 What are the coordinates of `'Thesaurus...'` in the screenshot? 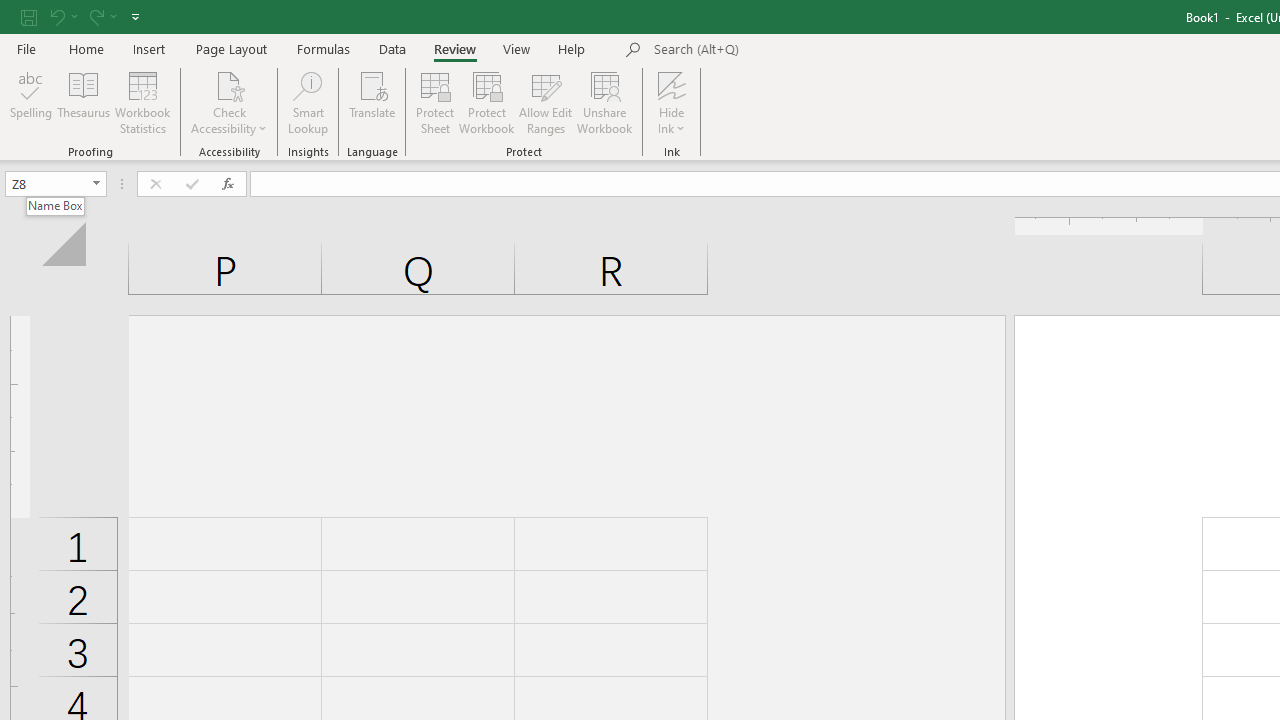 It's located at (82, 103).